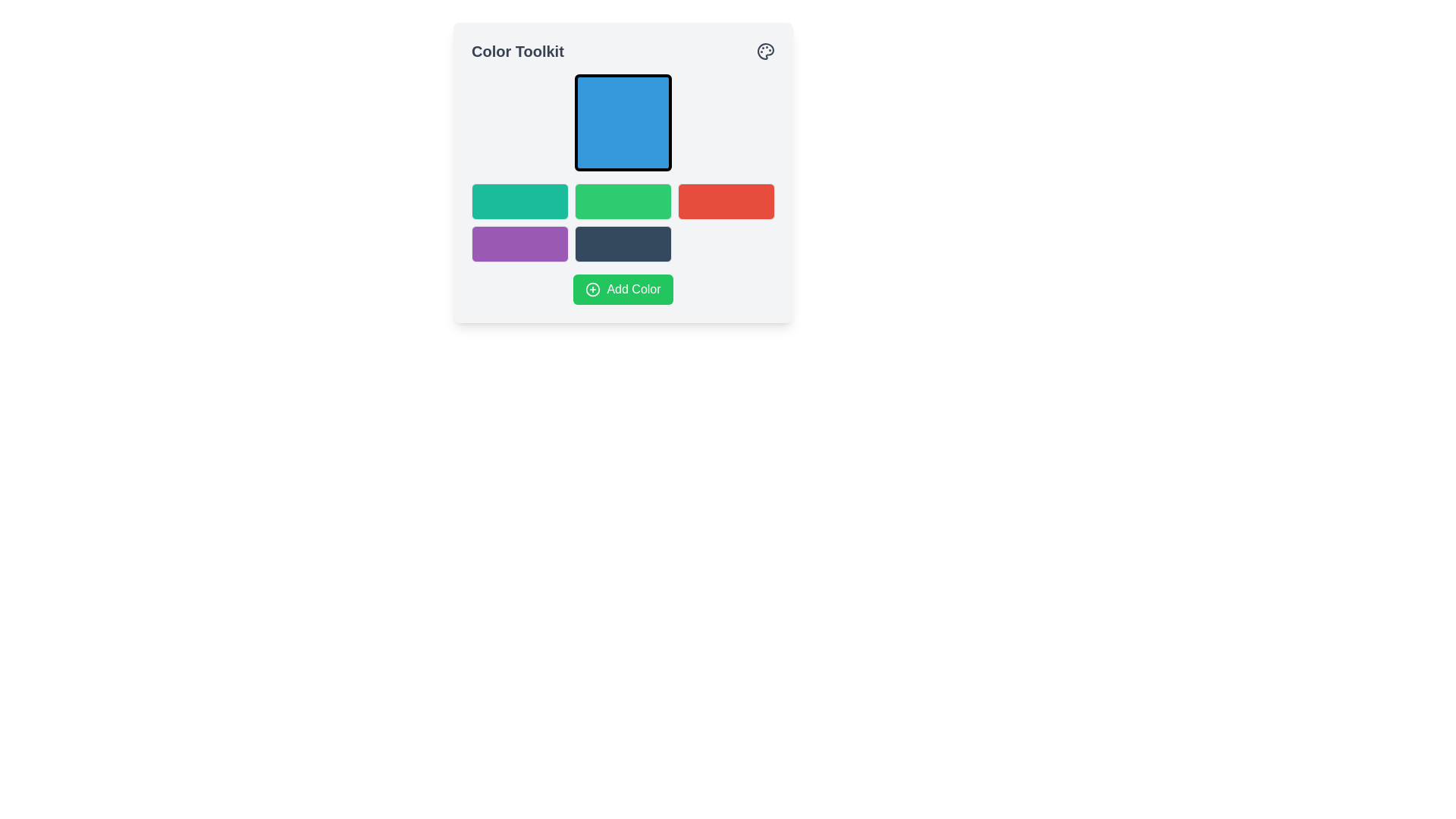 The width and height of the screenshot is (1456, 819). I want to click on a specific colored block within the Color Toolkit grid, so click(623, 222).